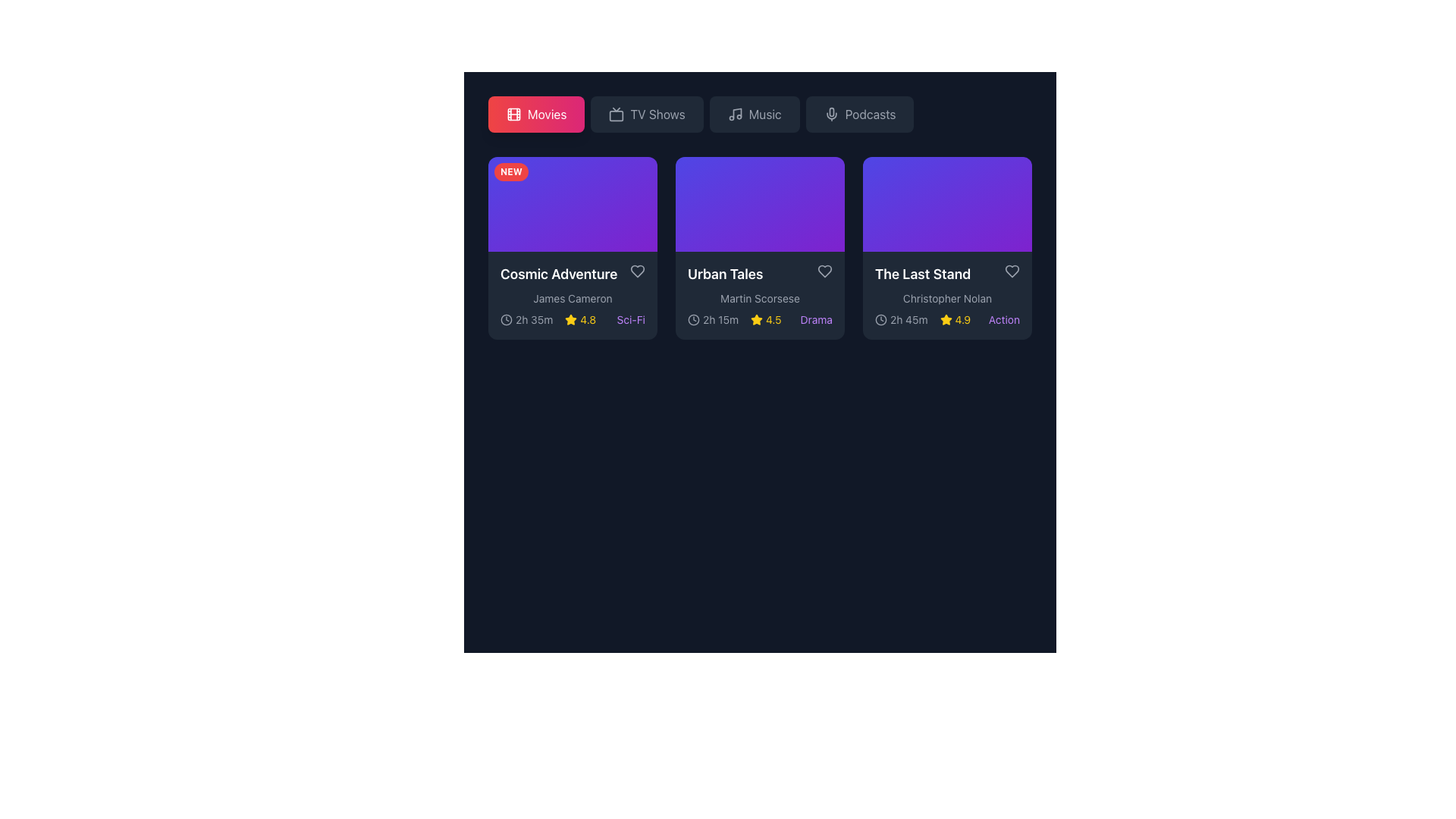 The height and width of the screenshot is (819, 1456). I want to click on the Movies, TV Shows, Music, or Podcasts category in the navigation bar located at the top of the content section, so click(760, 113).